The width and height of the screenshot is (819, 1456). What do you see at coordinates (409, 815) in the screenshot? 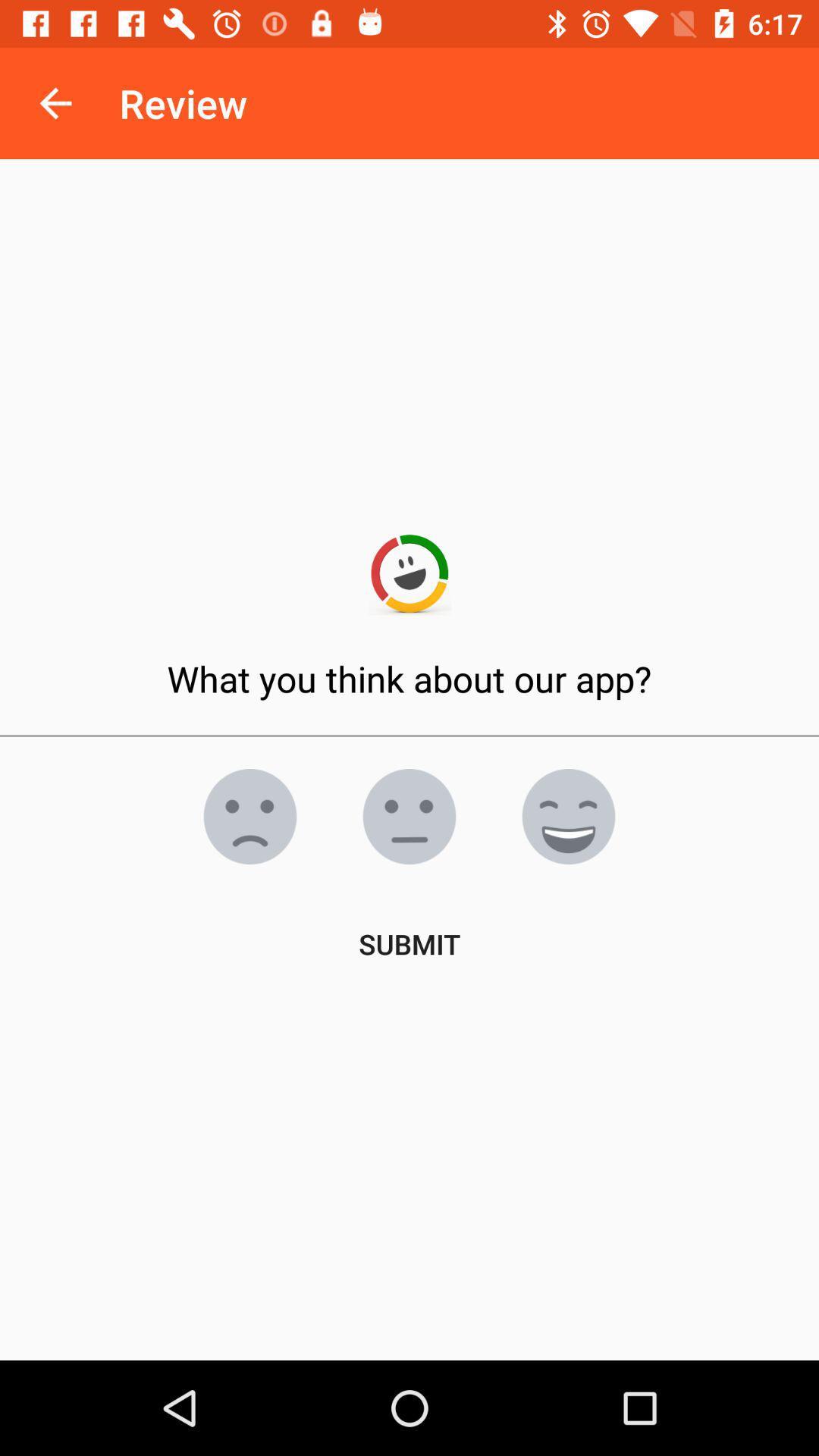
I see `the emoji icon` at bounding box center [409, 815].